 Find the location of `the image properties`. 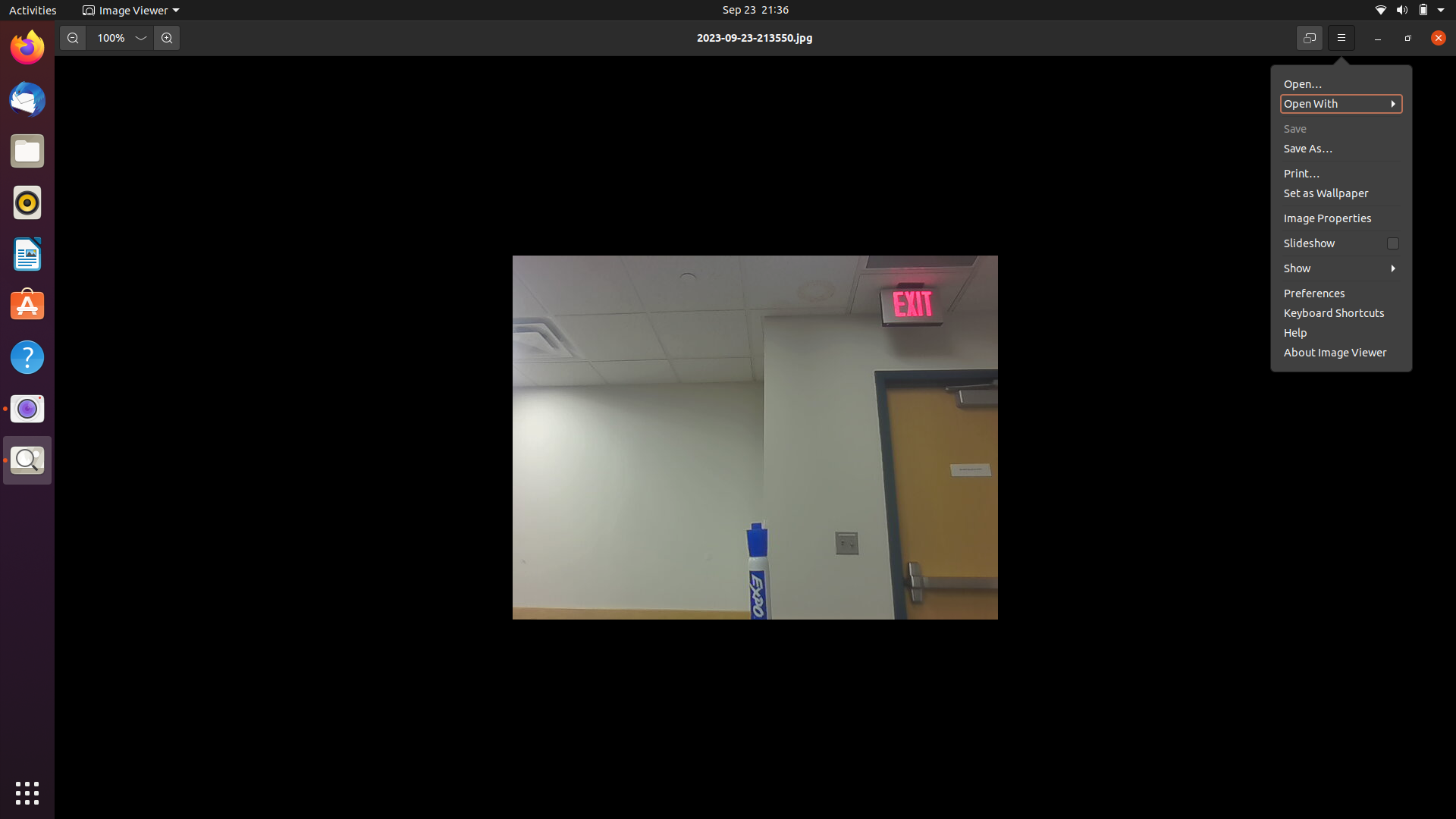

the image properties is located at coordinates (1338, 242).